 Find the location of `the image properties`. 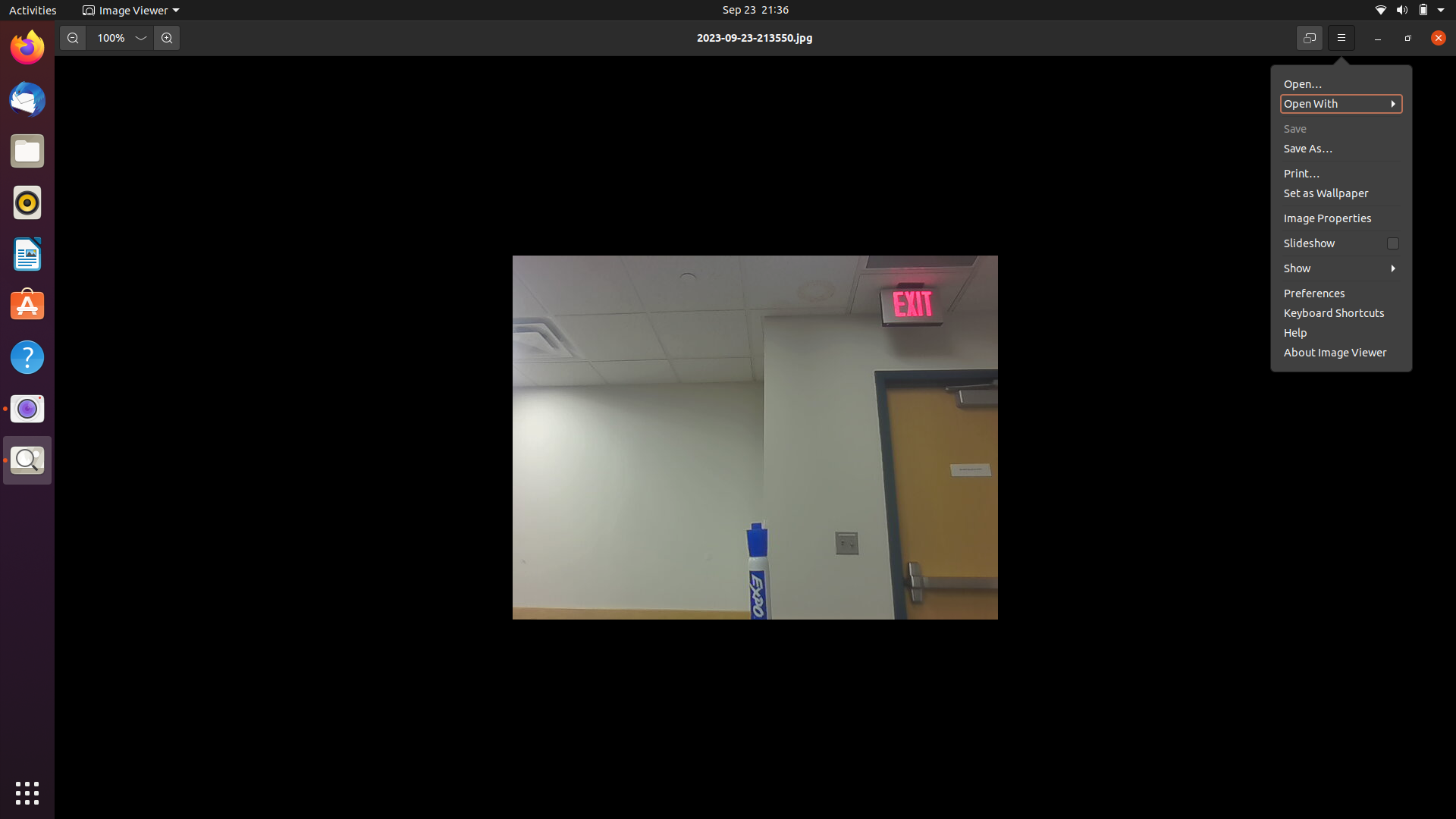

the image properties is located at coordinates (1338, 242).